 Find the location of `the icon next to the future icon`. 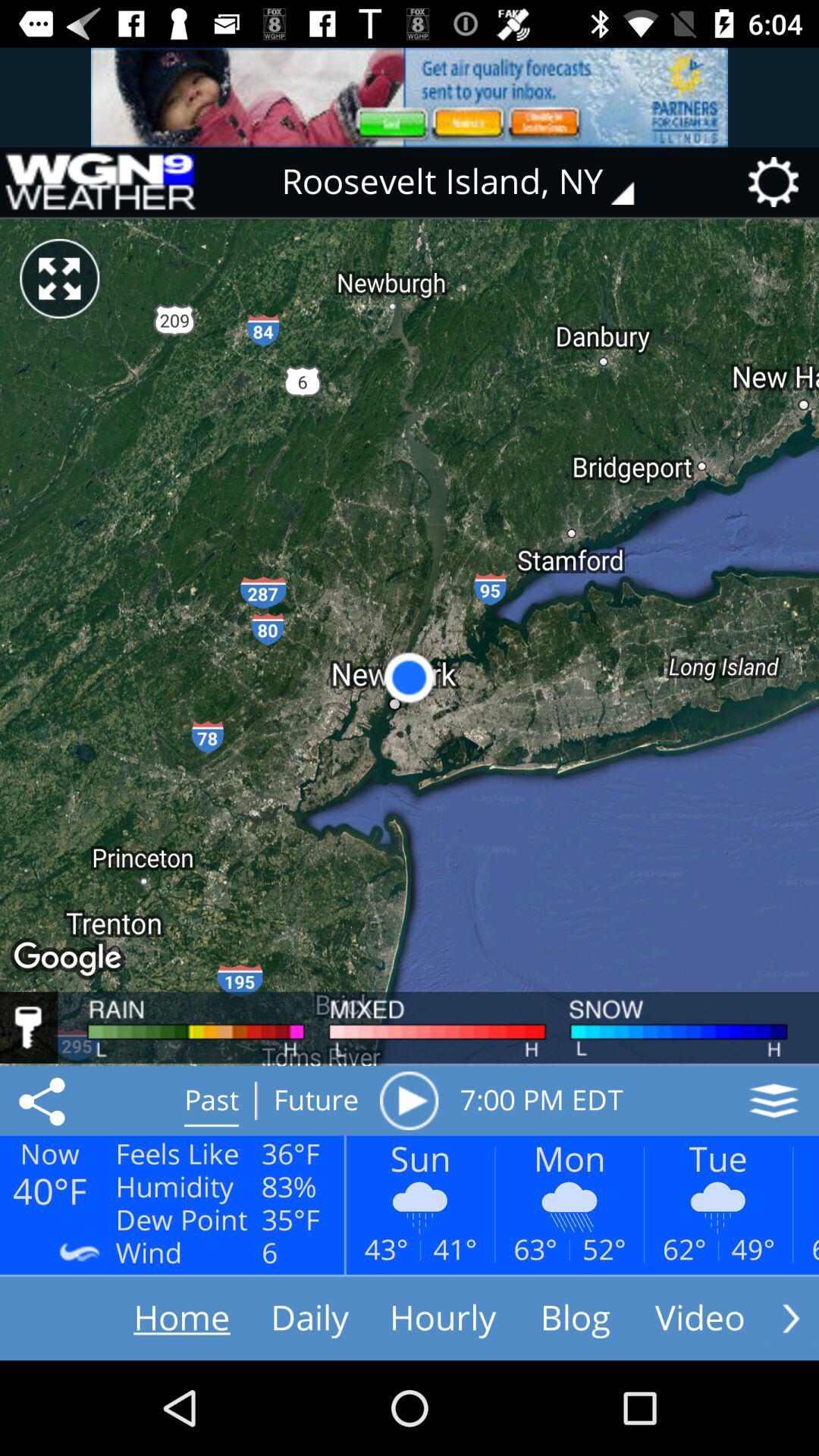

the icon next to the future icon is located at coordinates (408, 1100).